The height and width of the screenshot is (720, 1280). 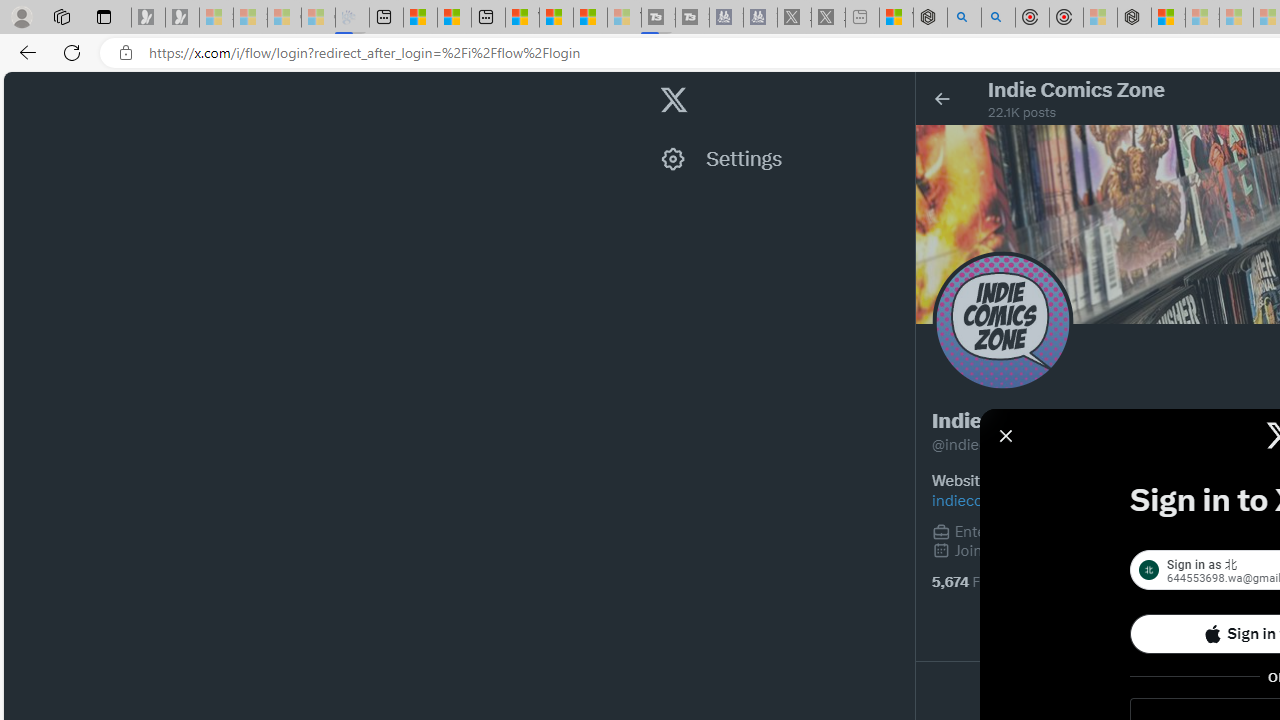 What do you see at coordinates (182, 17) in the screenshot?
I see `'Newsletter Sign Up - Sleeping'` at bounding box center [182, 17].